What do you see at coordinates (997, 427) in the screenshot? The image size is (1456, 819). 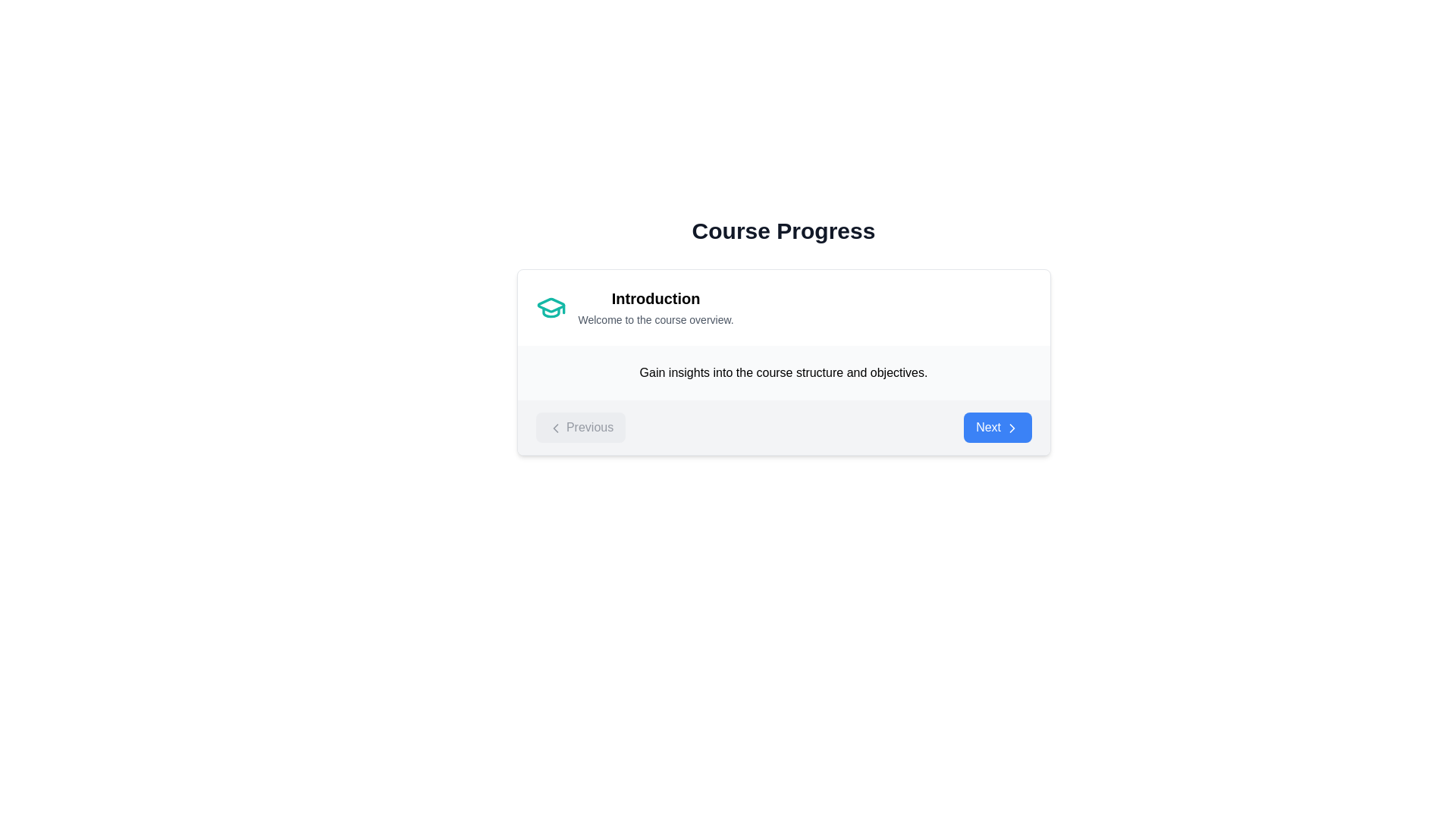 I see `the 'Next' button with a blue background and white text to interact` at bounding box center [997, 427].